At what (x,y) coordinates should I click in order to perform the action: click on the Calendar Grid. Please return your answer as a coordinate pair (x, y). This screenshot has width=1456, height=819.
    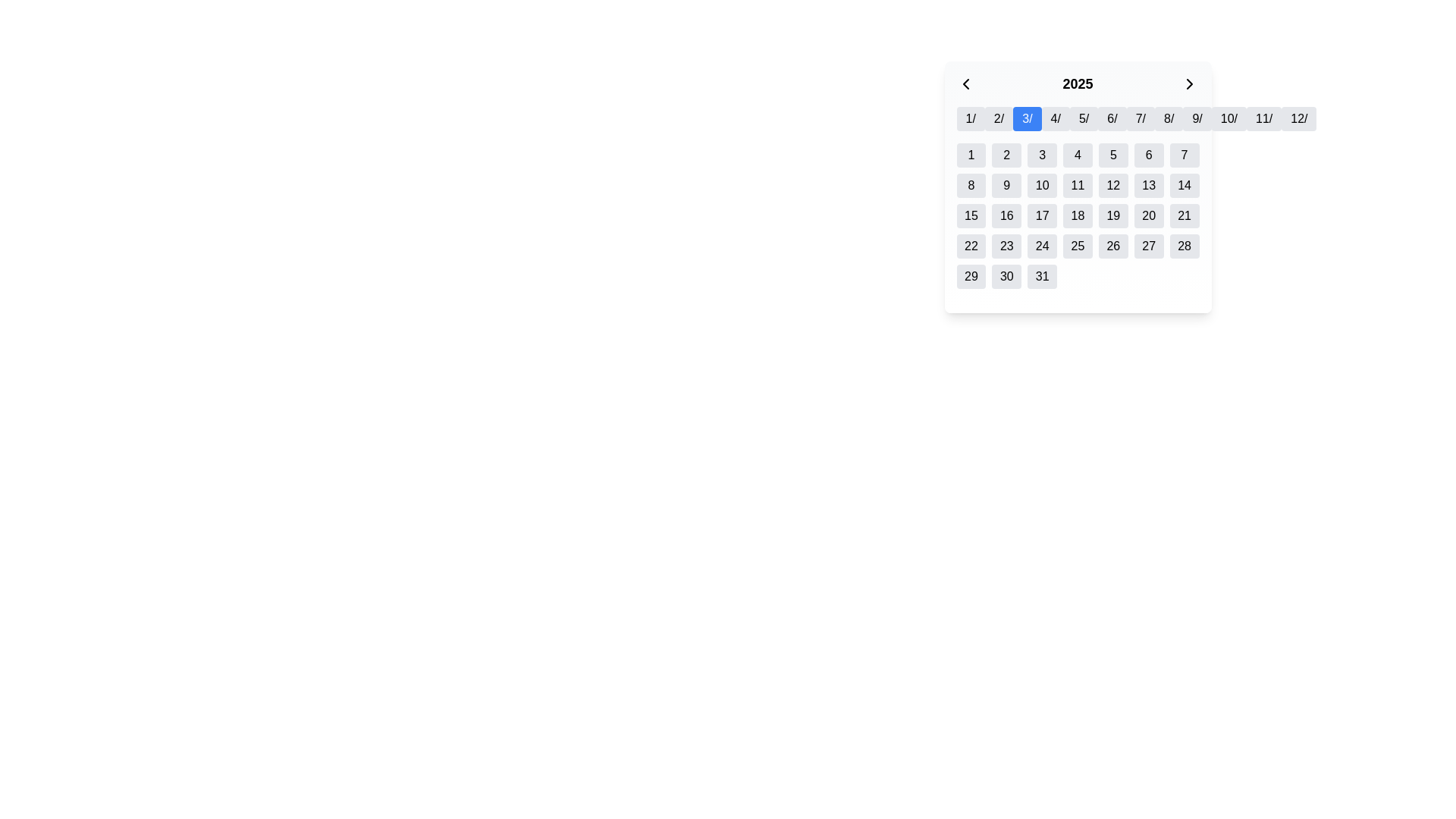
    Looking at the image, I should click on (1077, 216).